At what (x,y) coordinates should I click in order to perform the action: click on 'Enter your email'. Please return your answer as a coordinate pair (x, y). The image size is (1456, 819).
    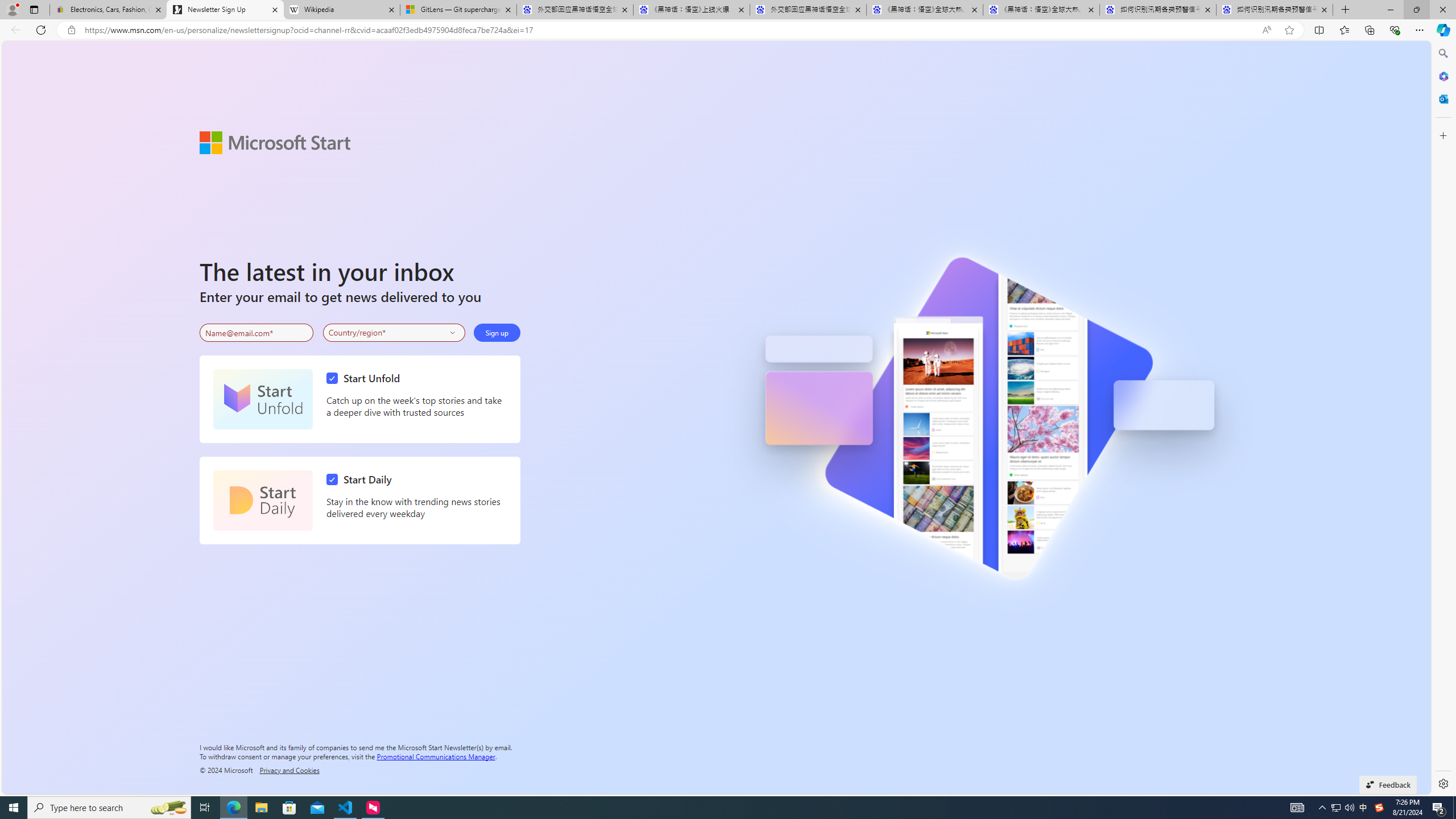
    Looking at the image, I should click on (255, 333).